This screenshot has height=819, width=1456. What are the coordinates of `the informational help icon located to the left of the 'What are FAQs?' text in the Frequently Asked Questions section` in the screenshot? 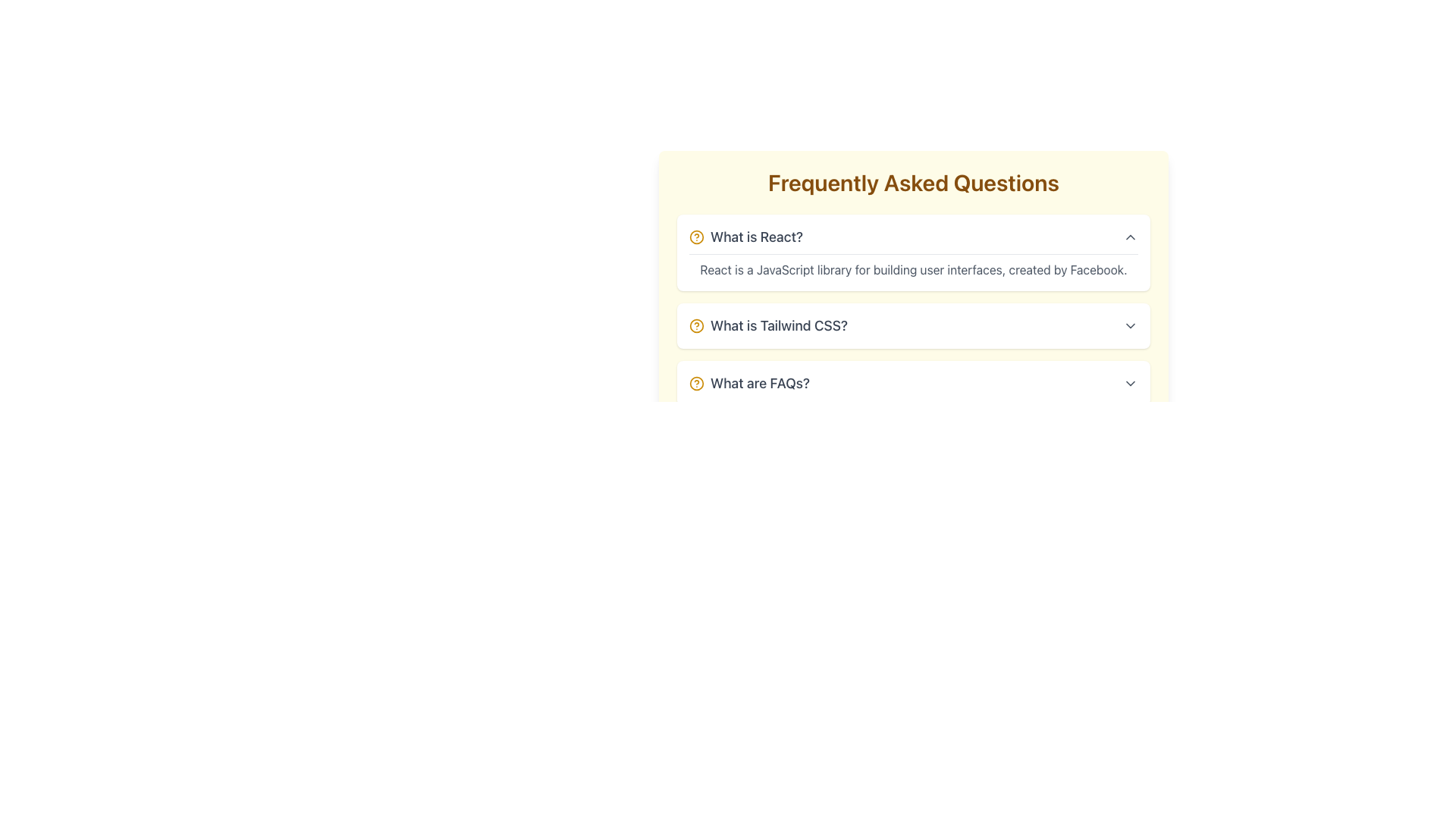 It's located at (695, 382).